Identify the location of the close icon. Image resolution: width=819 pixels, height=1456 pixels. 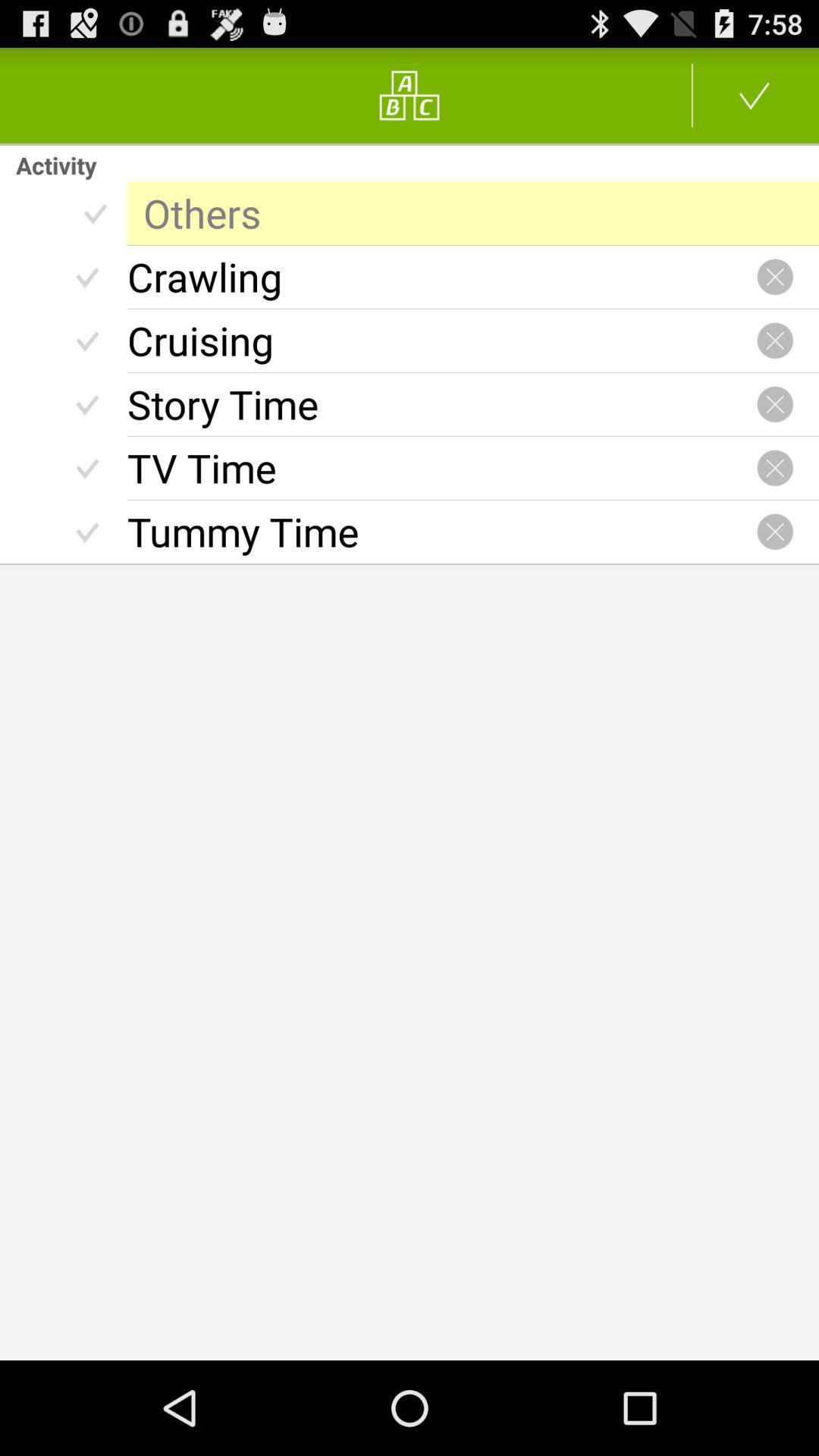
(775, 431).